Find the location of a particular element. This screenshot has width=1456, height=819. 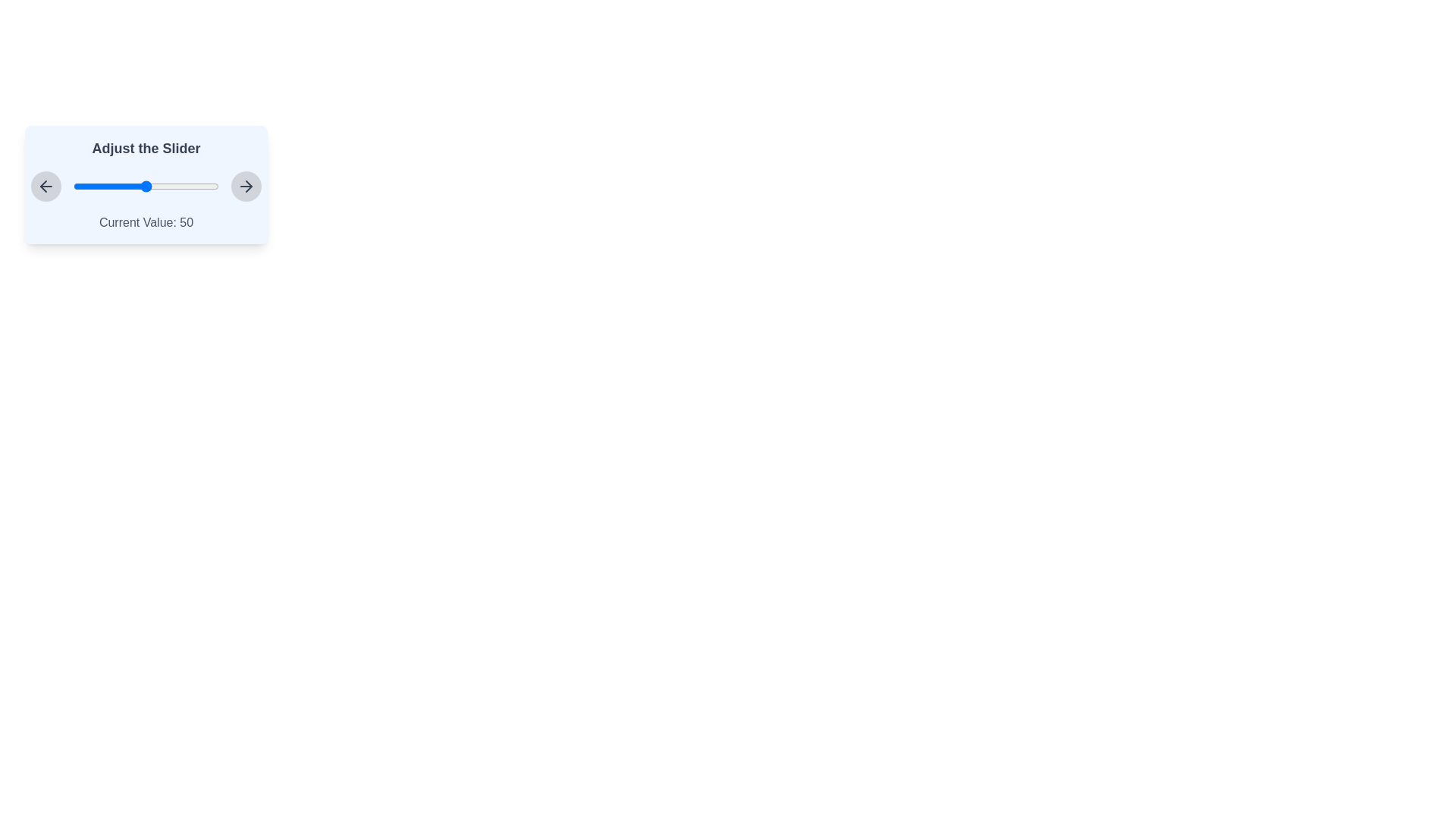

slider value is located at coordinates (180, 186).